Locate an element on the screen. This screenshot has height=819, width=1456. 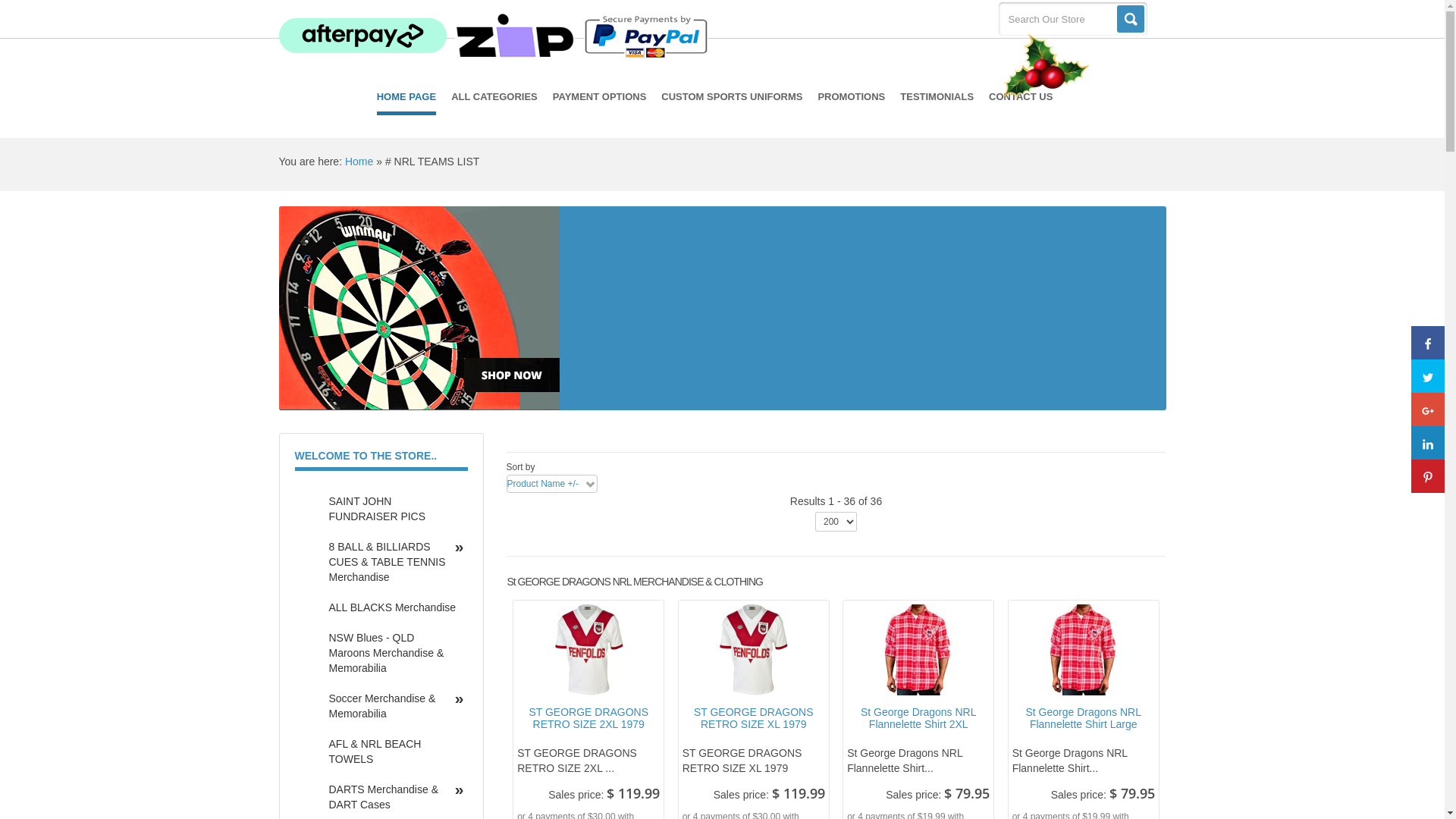
'PROMOTIONS' is located at coordinates (851, 96).